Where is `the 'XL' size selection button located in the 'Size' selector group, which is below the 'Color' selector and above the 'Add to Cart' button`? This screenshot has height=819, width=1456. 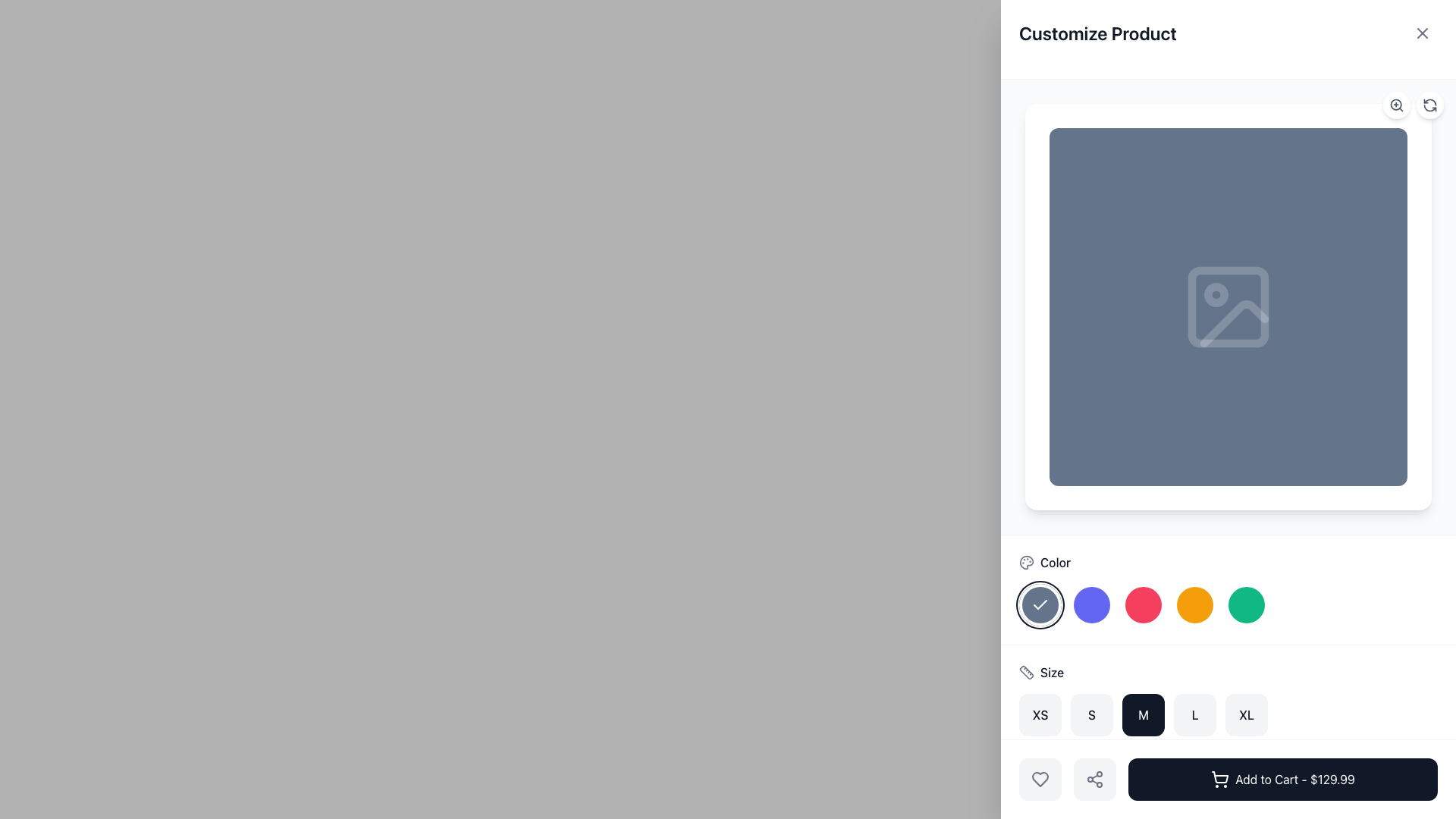 the 'XL' size selection button located in the 'Size' selector group, which is below the 'Color' selector and above the 'Add to Cart' button is located at coordinates (1246, 714).